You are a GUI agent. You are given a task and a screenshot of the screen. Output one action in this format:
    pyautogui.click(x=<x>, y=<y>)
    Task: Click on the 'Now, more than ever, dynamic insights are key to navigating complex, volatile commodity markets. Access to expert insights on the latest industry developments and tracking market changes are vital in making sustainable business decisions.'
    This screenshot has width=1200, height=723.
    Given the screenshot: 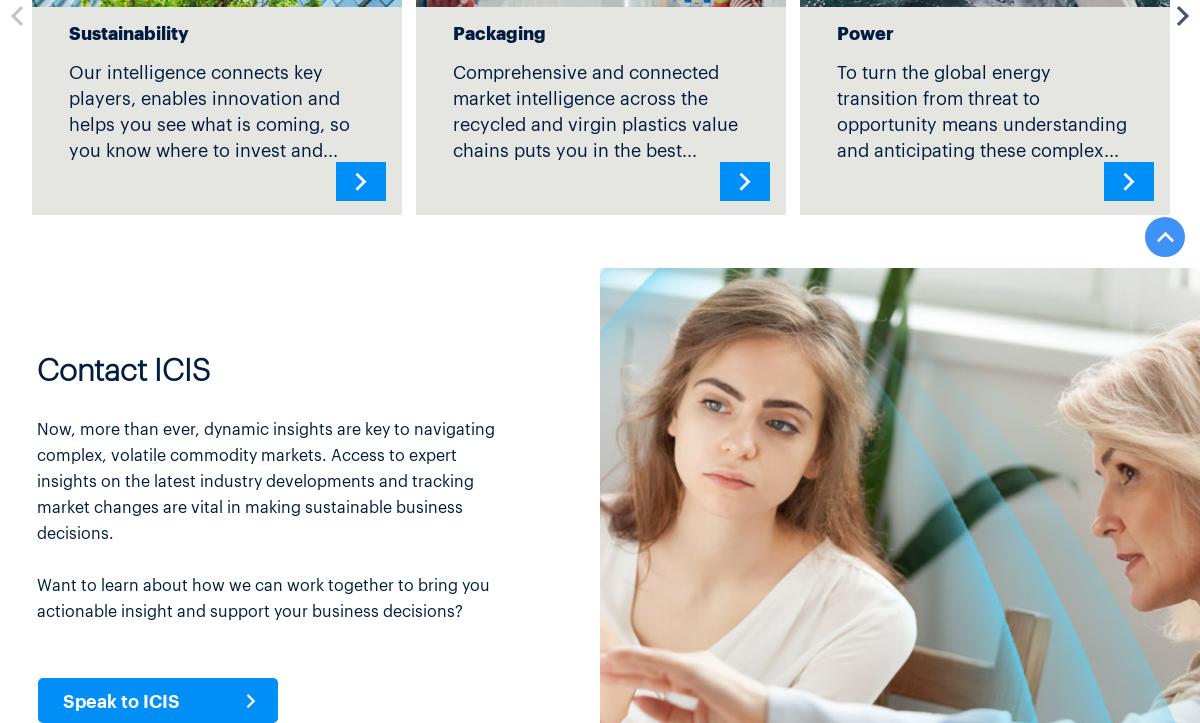 What is the action you would take?
    pyautogui.click(x=36, y=479)
    